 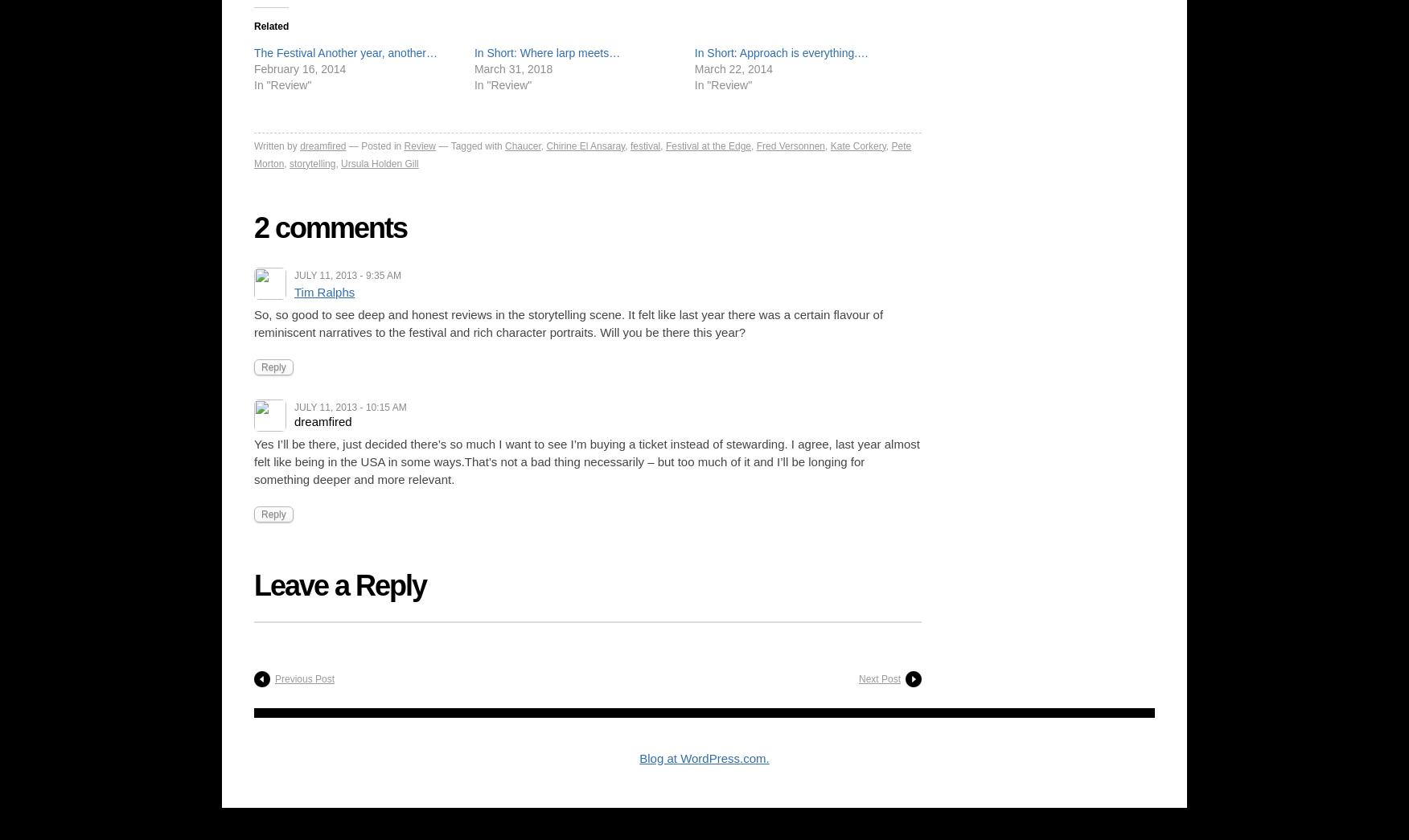 What do you see at coordinates (347, 275) in the screenshot?
I see `'July 11, 2013 - 9:35 am'` at bounding box center [347, 275].